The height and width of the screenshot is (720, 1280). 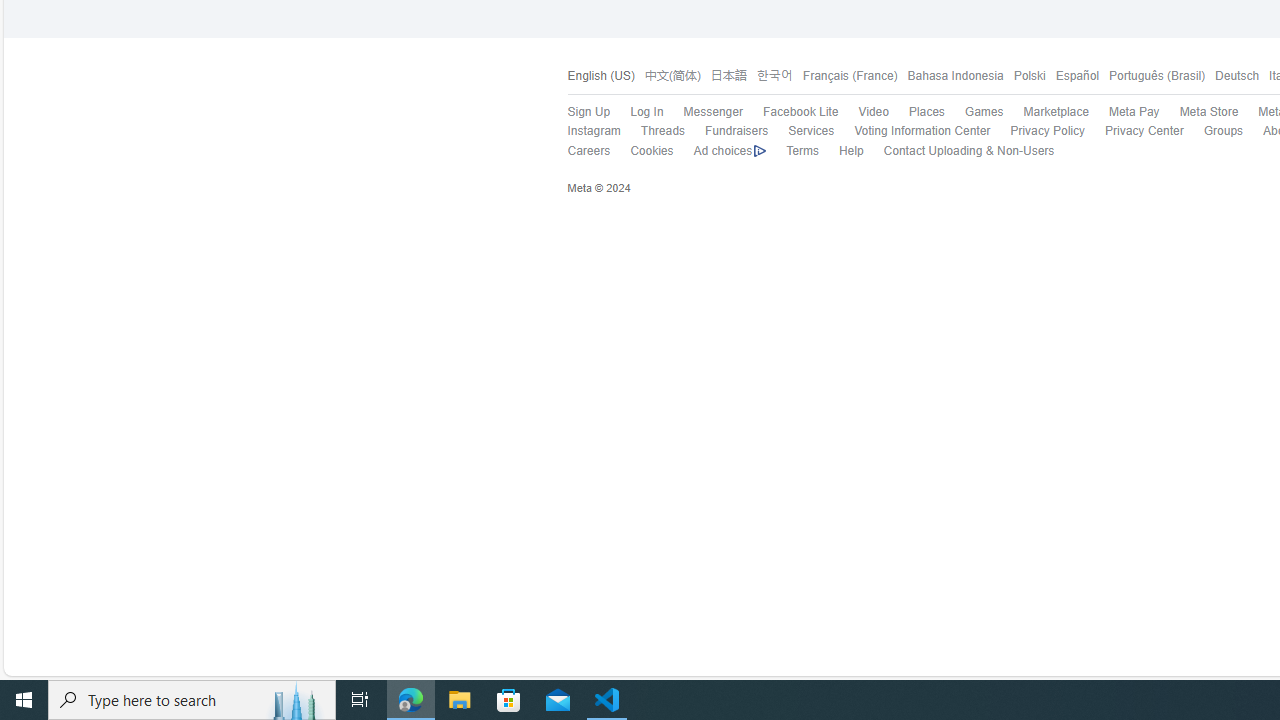 What do you see at coordinates (582, 131) in the screenshot?
I see `'Instagram'` at bounding box center [582, 131].